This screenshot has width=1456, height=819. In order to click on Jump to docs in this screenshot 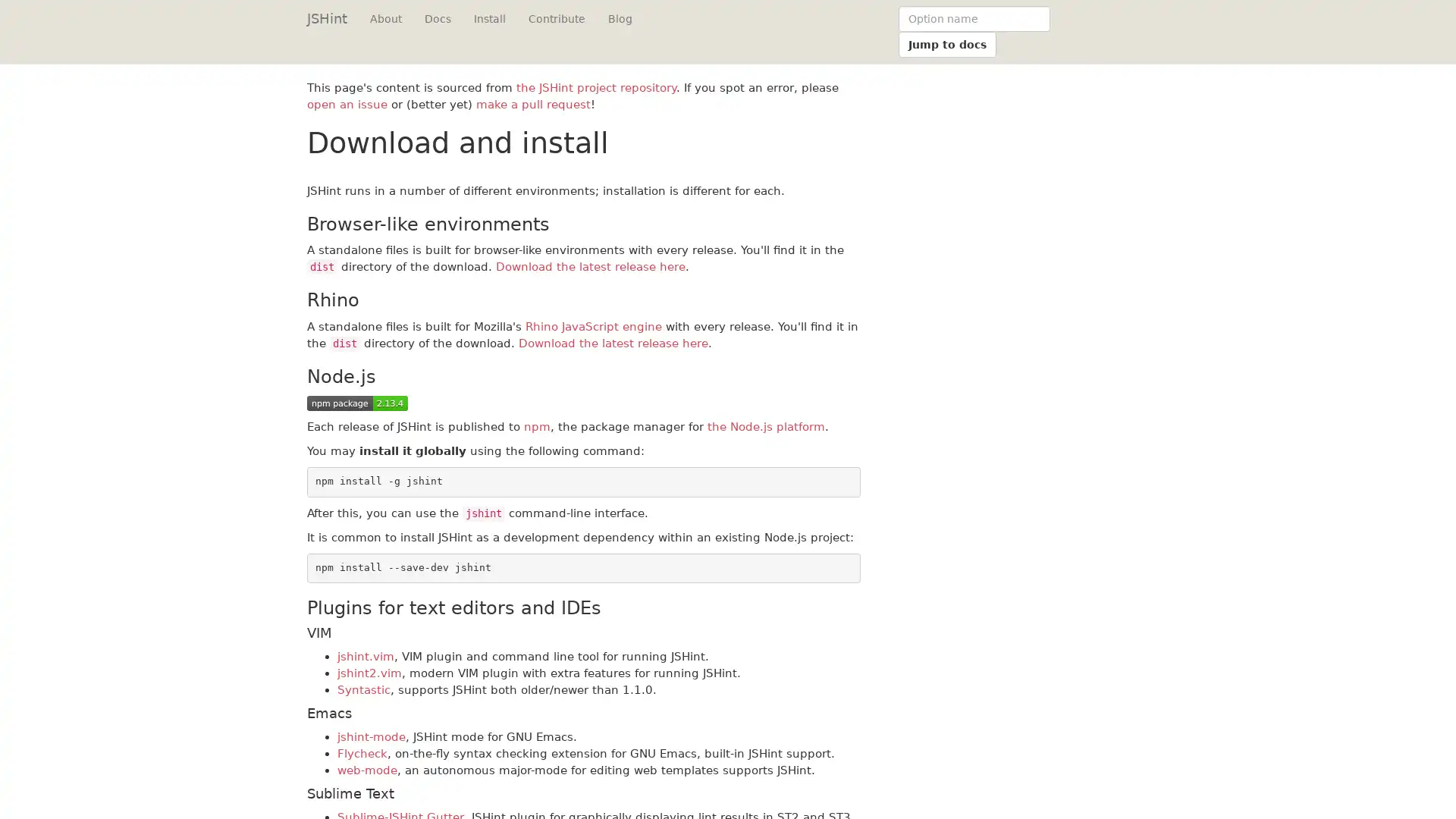, I will do `click(946, 43)`.